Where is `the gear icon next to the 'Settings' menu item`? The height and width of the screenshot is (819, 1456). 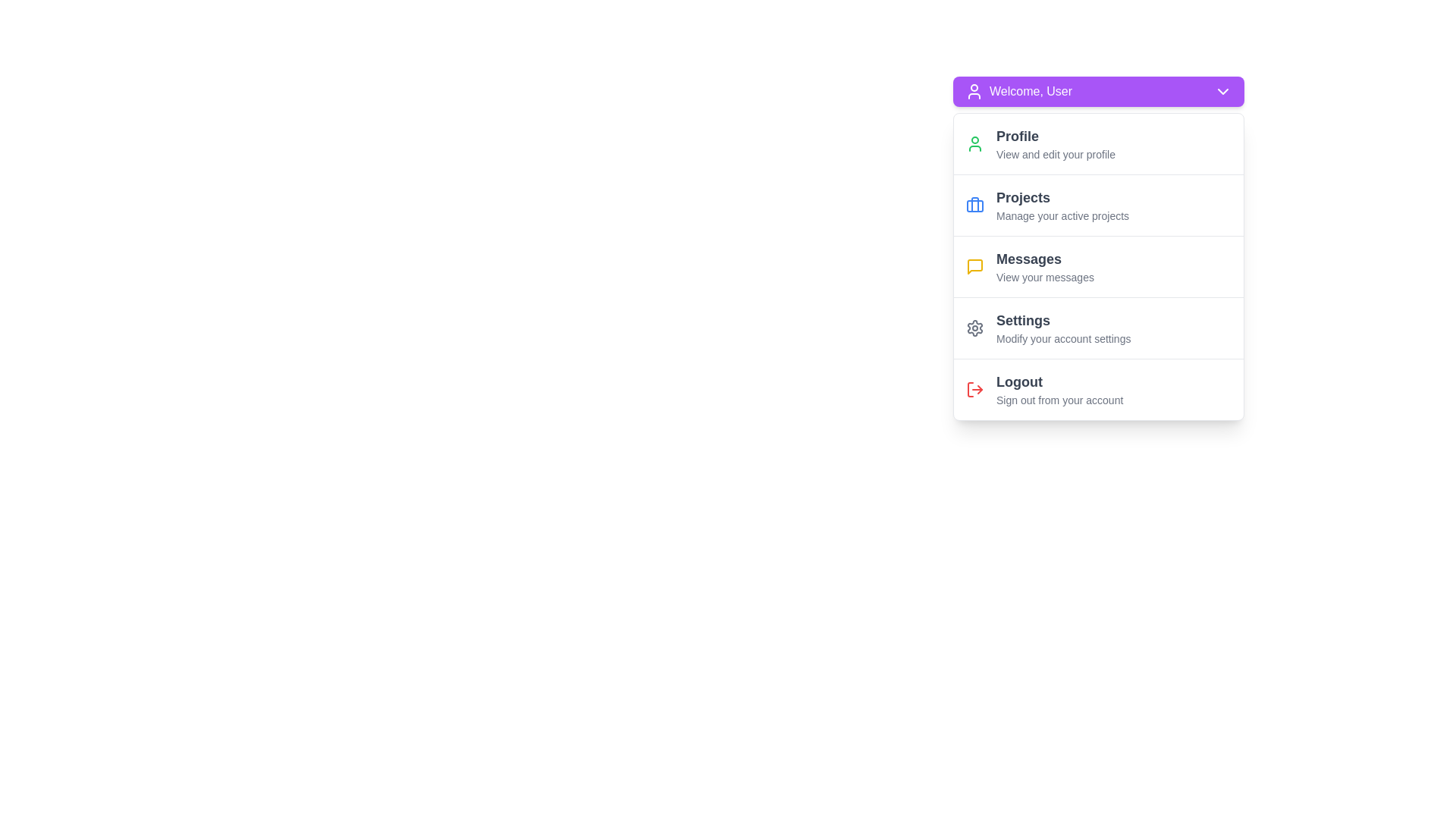 the gear icon next to the 'Settings' menu item is located at coordinates (975, 327).